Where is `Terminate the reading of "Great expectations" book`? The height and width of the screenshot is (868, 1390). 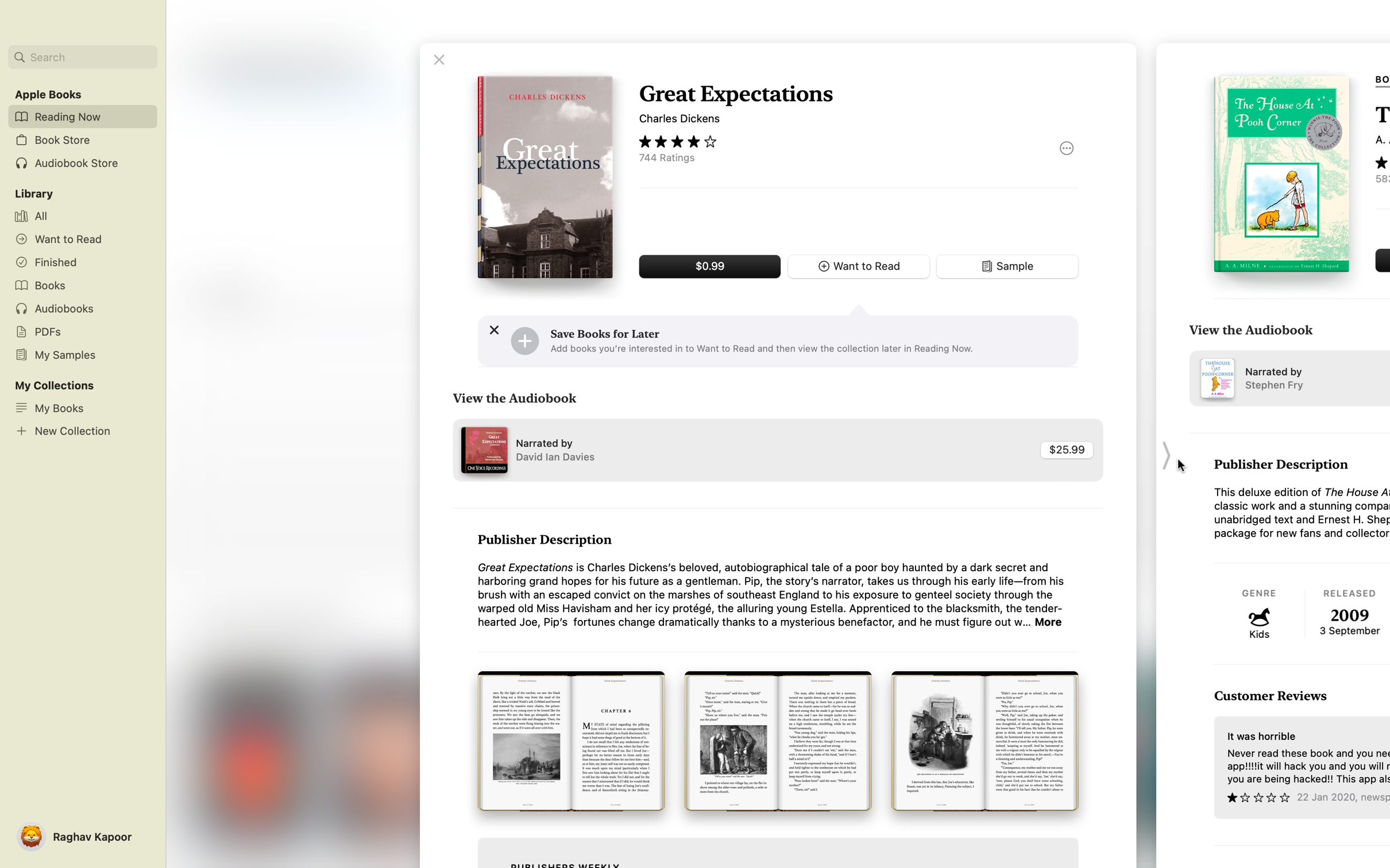
Terminate the reading of "Great expectations" book is located at coordinates (438, 59).